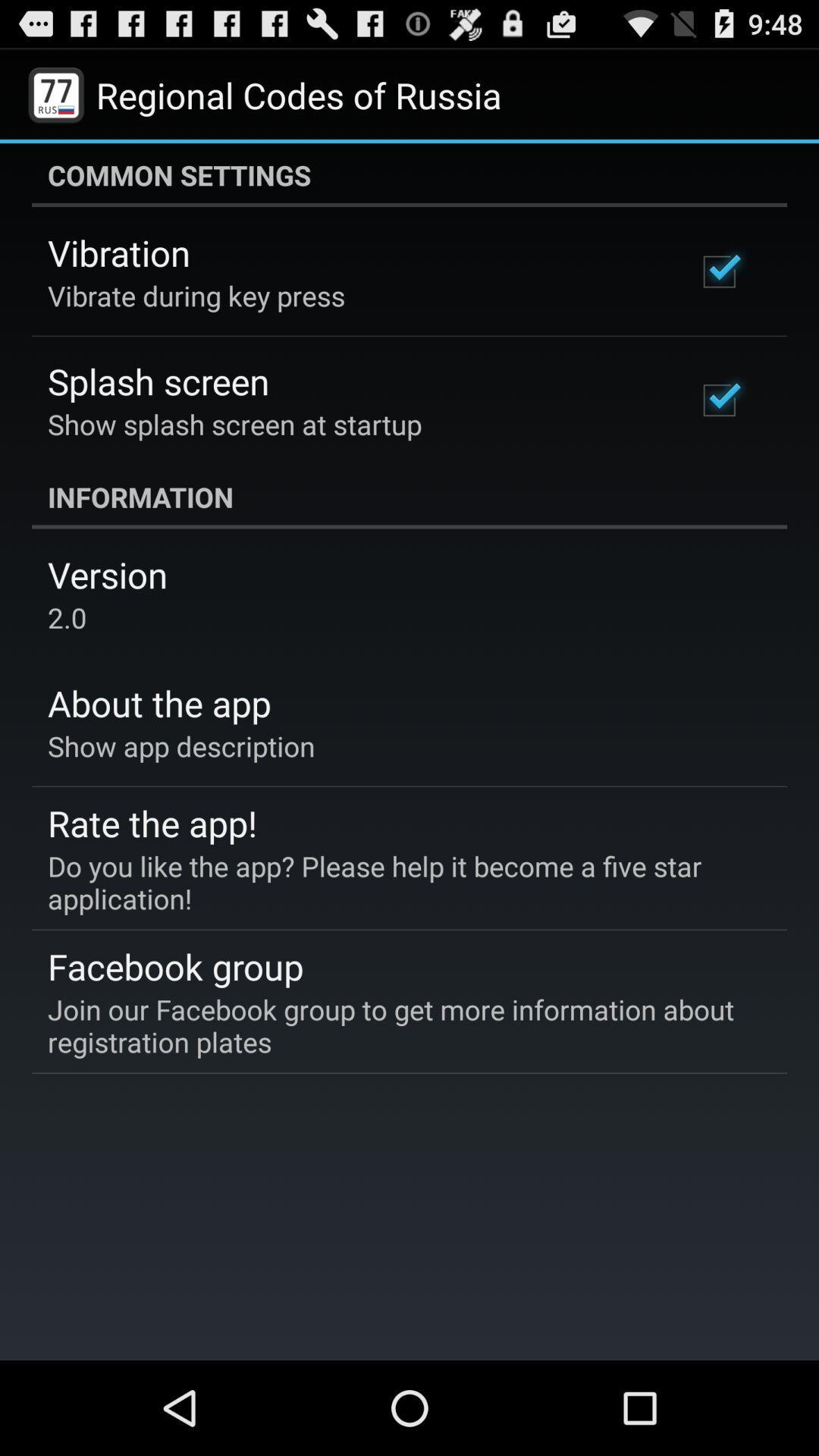 This screenshot has width=819, height=1456. What do you see at coordinates (398, 1025) in the screenshot?
I see `join our facebook app` at bounding box center [398, 1025].